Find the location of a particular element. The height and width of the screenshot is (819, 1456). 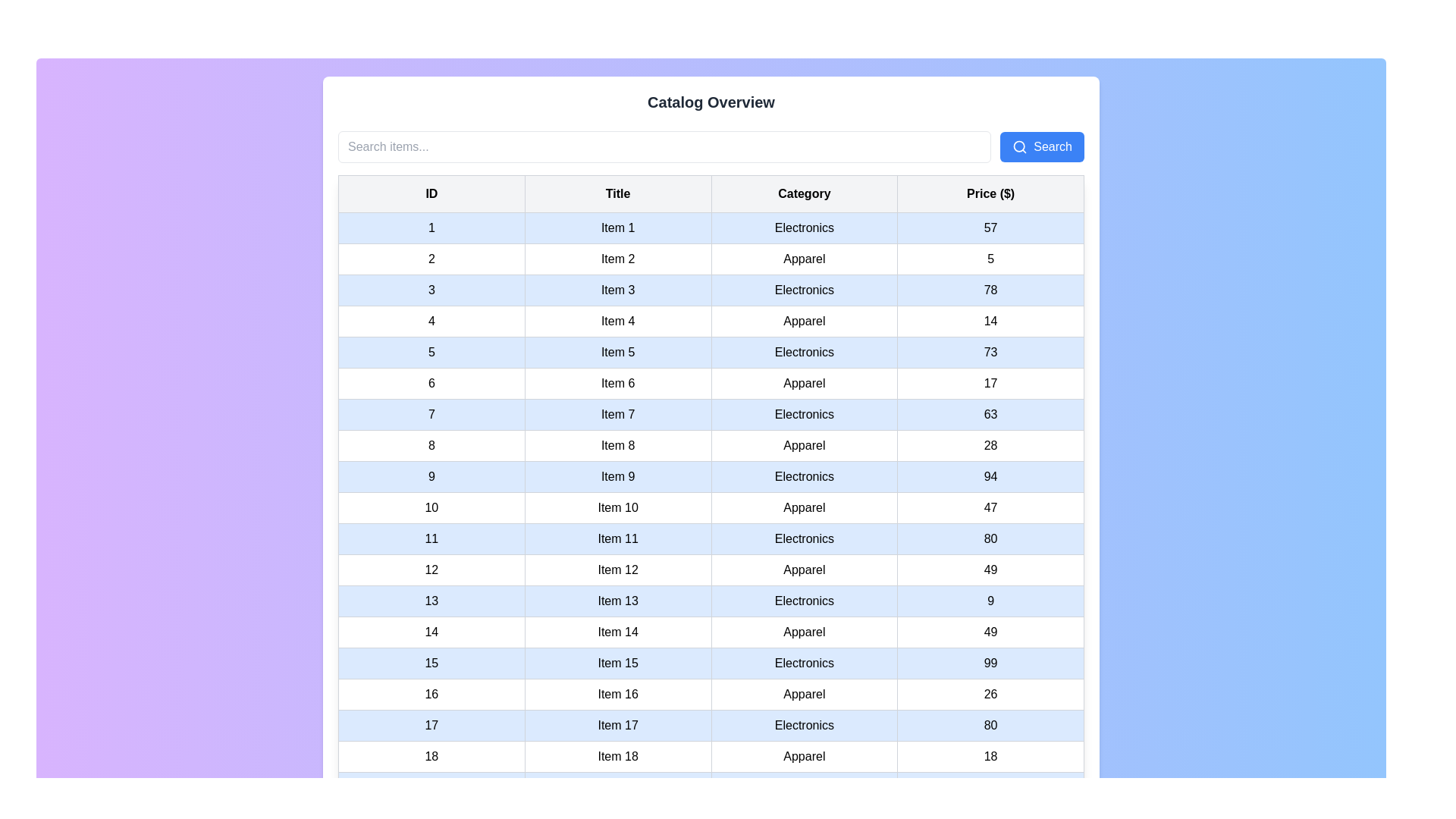

the 'Apparel' text display element in the 'Category' column of the table associated with 'Item 16' is located at coordinates (803, 694).